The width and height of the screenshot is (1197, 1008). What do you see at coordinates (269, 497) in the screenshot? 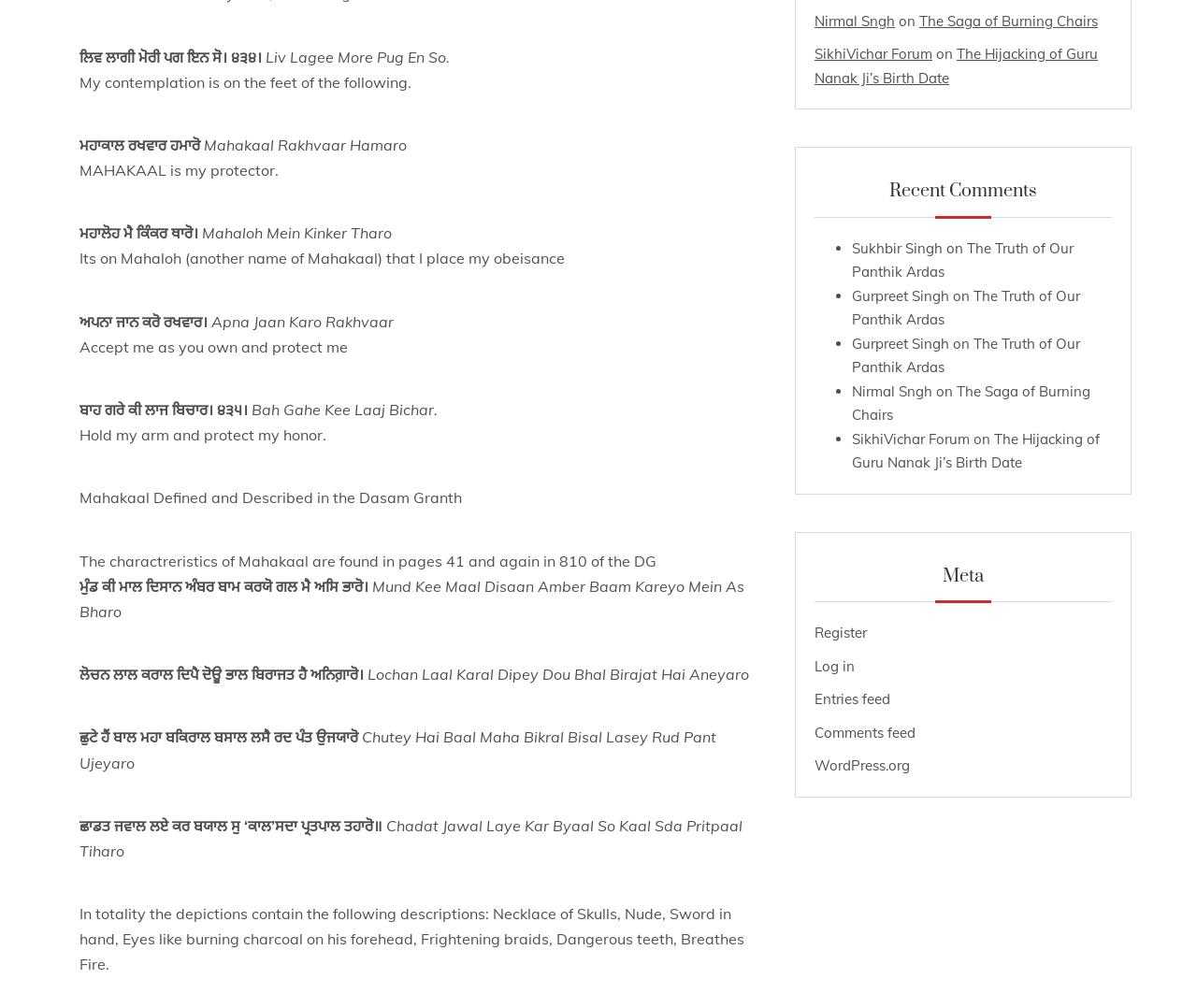
I see `'Mahakaal Defined and Described in the Dasam Granth'` at bounding box center [269, 497].